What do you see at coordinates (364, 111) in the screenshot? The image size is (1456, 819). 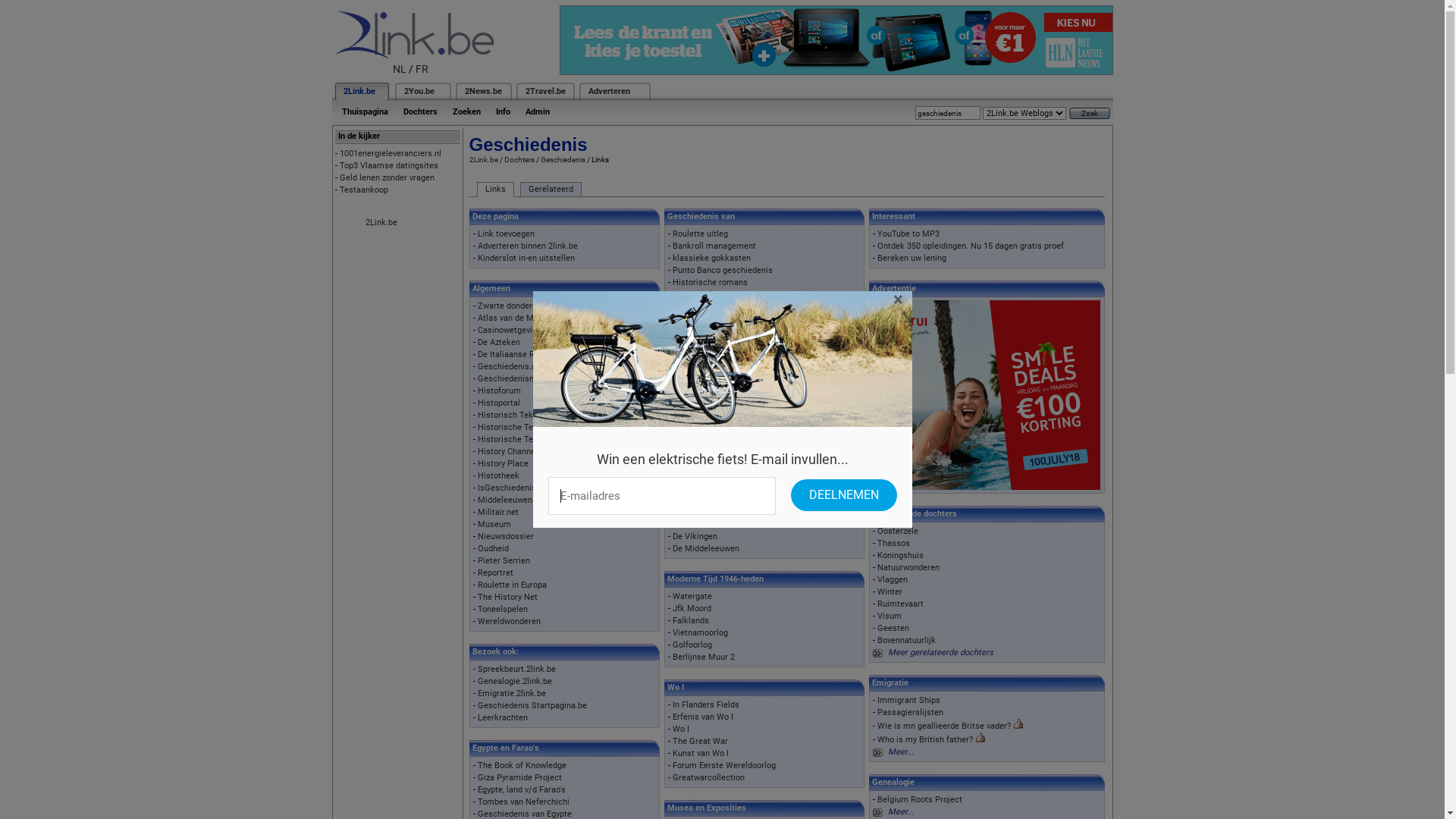 I see `'Thuispagina'` at bounding box center [364, 111].